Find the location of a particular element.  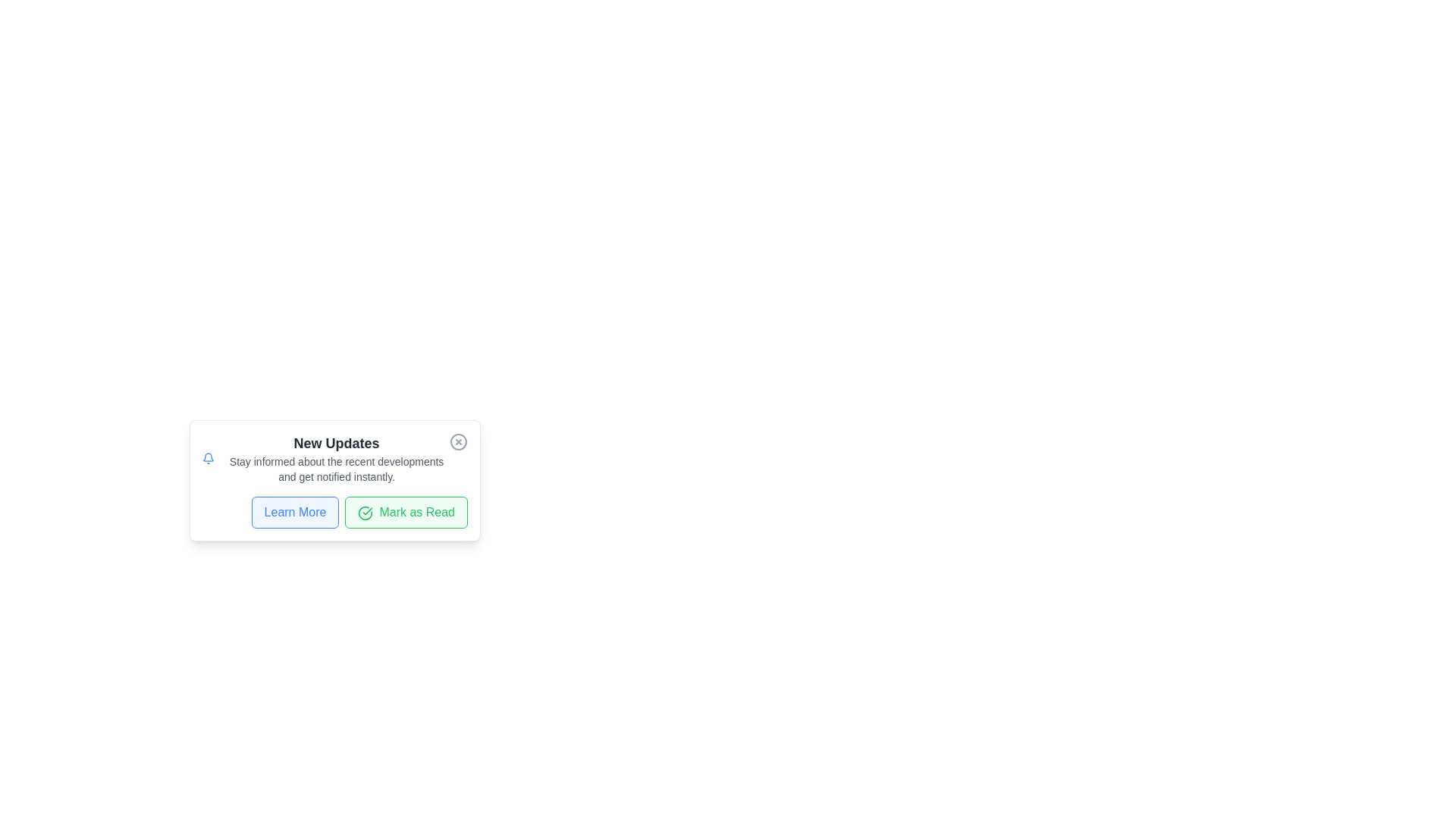

the confirmation icon located to the left of the 'Mark as Read' text within the green-bordered button in the bottom-right quadrant of the UI is located at coordinates (366, 513).